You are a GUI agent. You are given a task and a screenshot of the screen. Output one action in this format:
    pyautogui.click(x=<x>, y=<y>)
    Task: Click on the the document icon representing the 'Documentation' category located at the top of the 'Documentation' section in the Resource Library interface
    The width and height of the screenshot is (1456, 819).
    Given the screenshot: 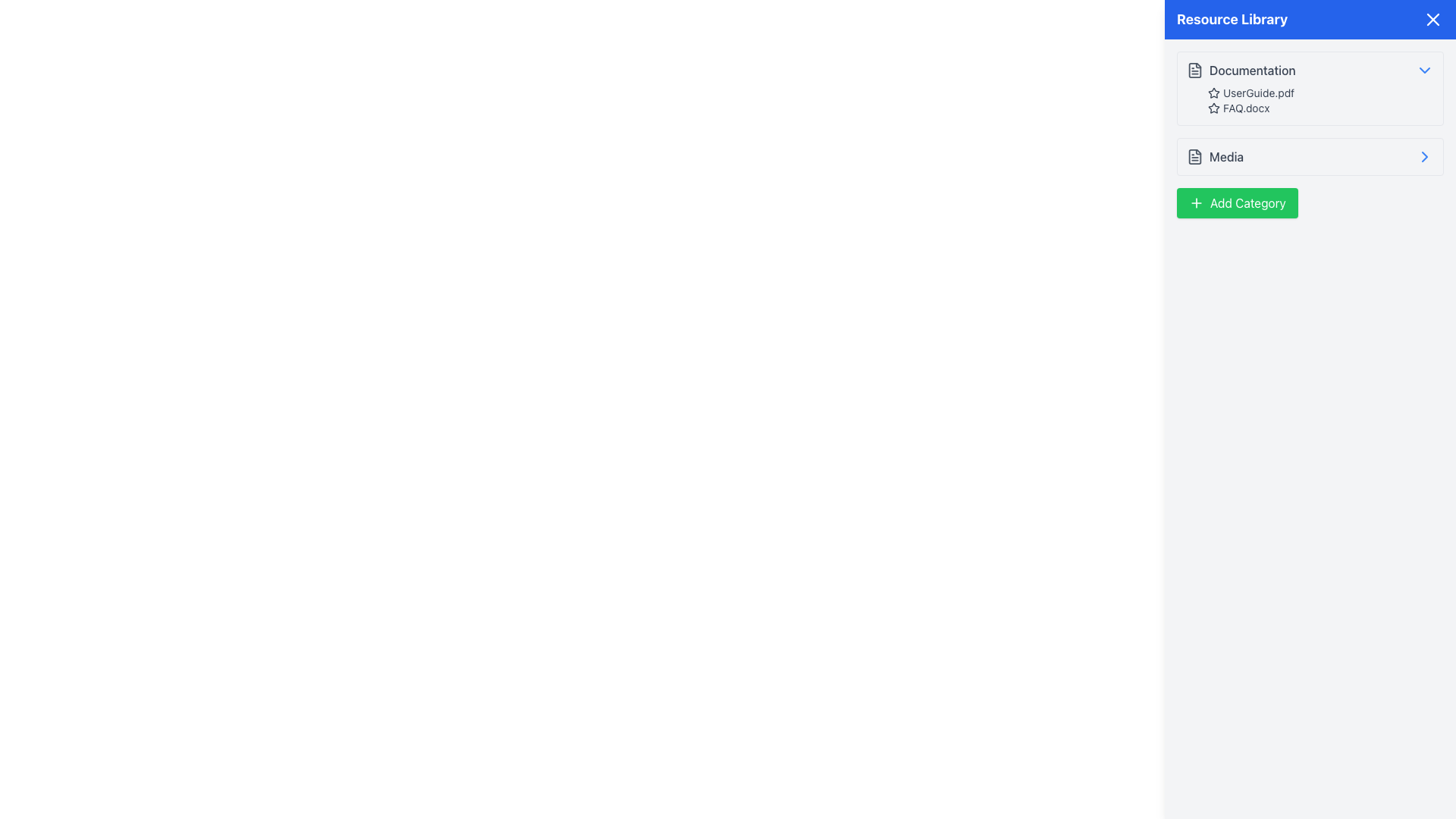 What is the action you would take?
    pyautogui.click(x=1194, y=70)
    